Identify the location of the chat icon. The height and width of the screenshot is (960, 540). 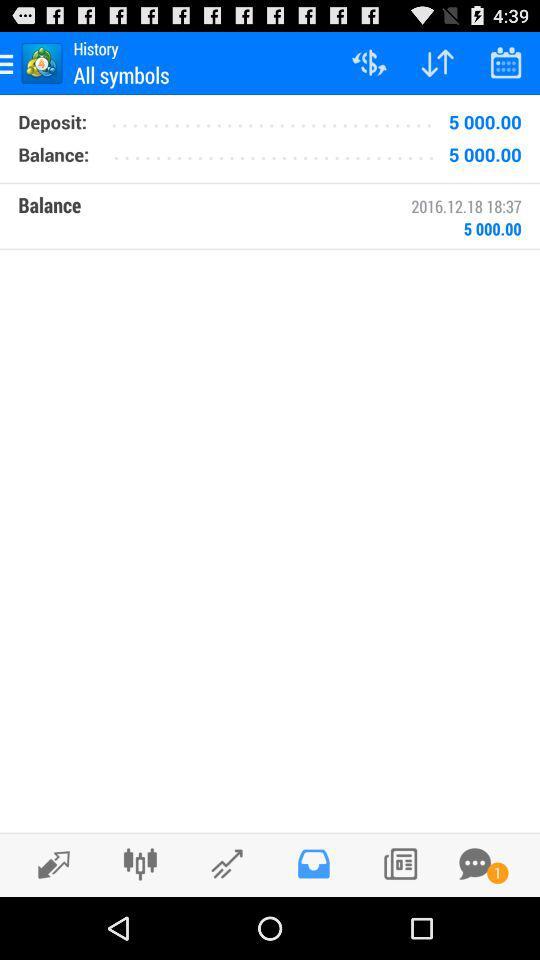
(474, 924).